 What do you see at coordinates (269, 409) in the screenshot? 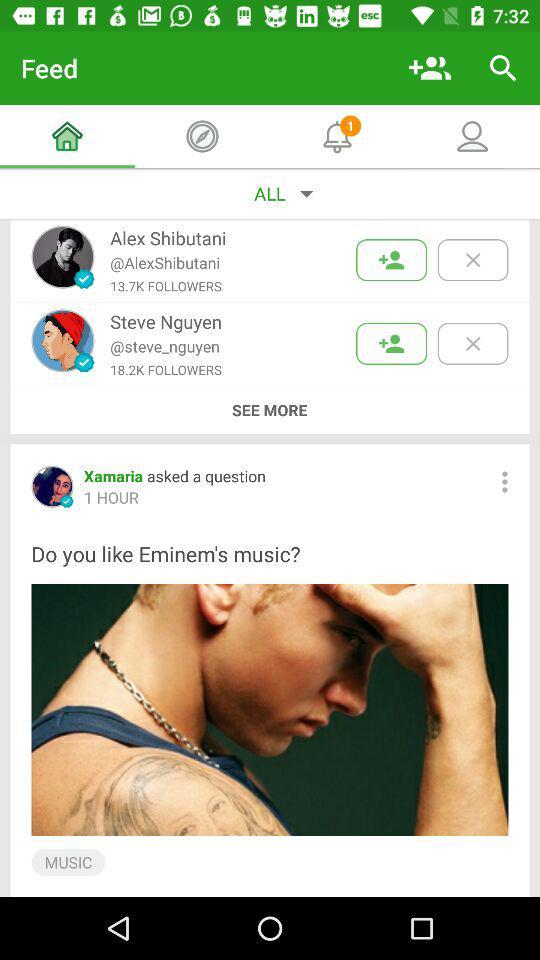
I see `see more` at bounding box center [269, 409].